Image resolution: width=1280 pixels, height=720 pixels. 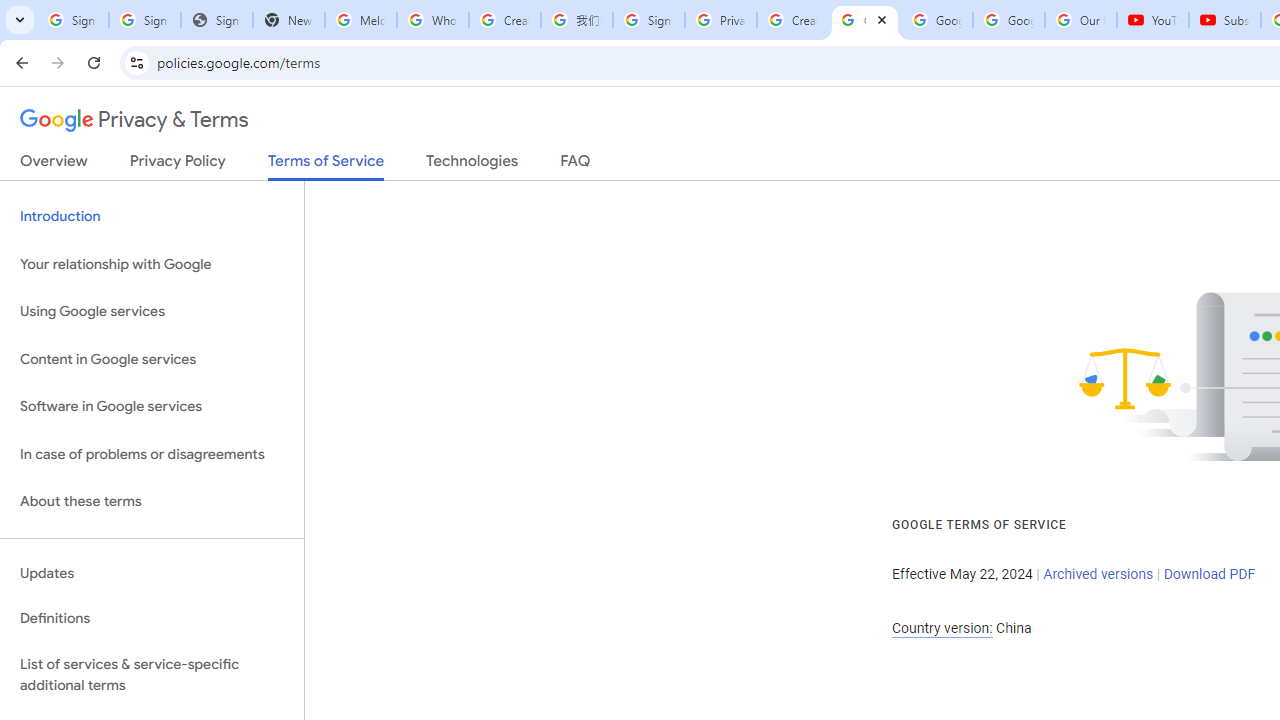 What do you see at coordinates (151, 263) in the screenshot?
I see `'Your relationship with Google'` at bounding box center [151, 263].